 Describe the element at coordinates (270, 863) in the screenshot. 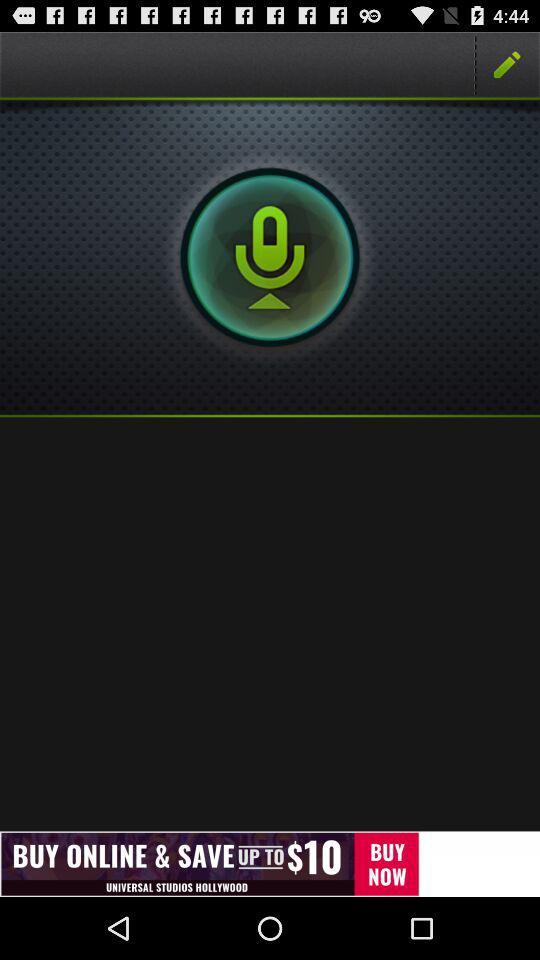

I see `open advertisement` at that location.